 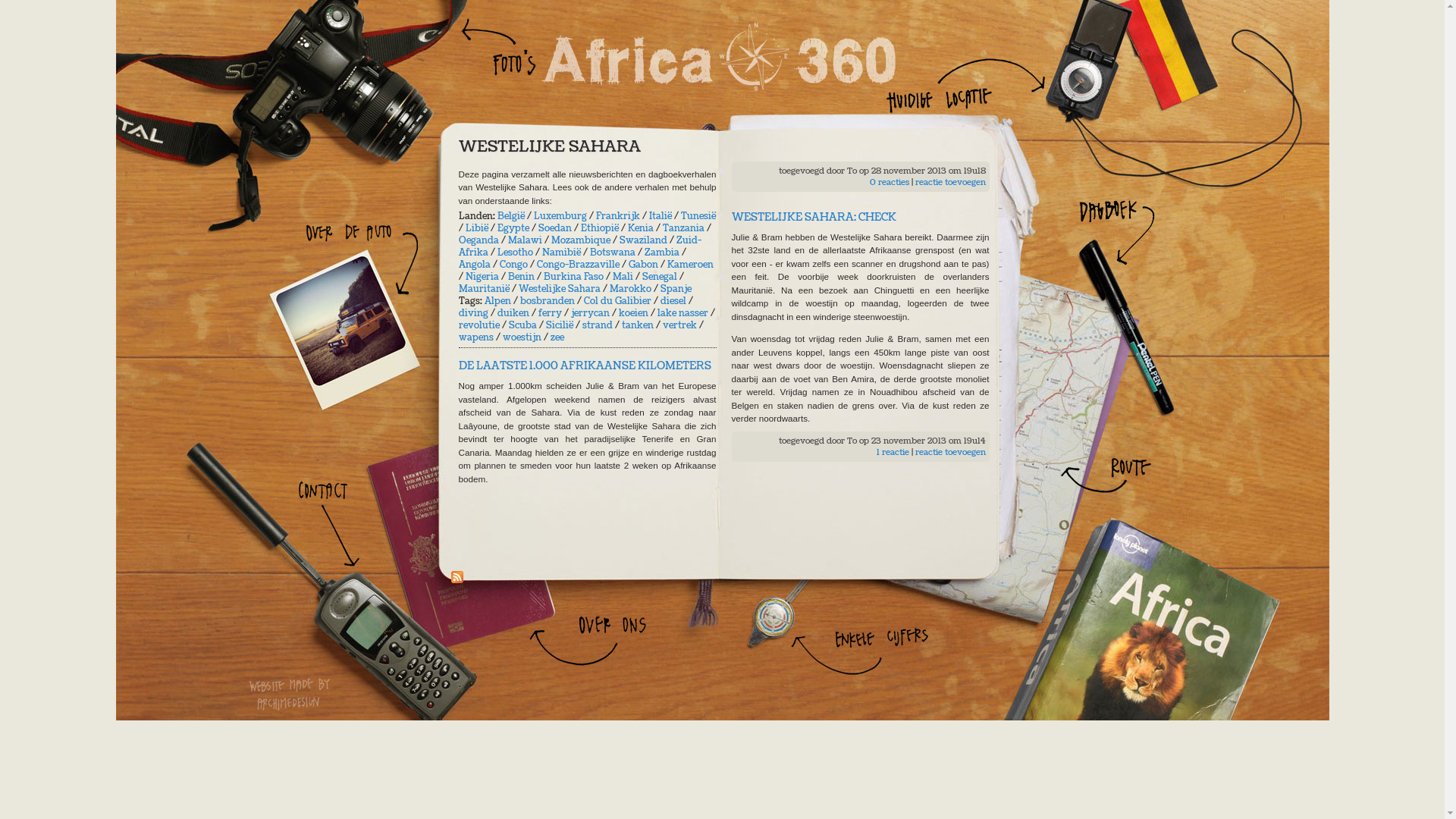 I want to click on 'diesel', so click(x=672, y=301).